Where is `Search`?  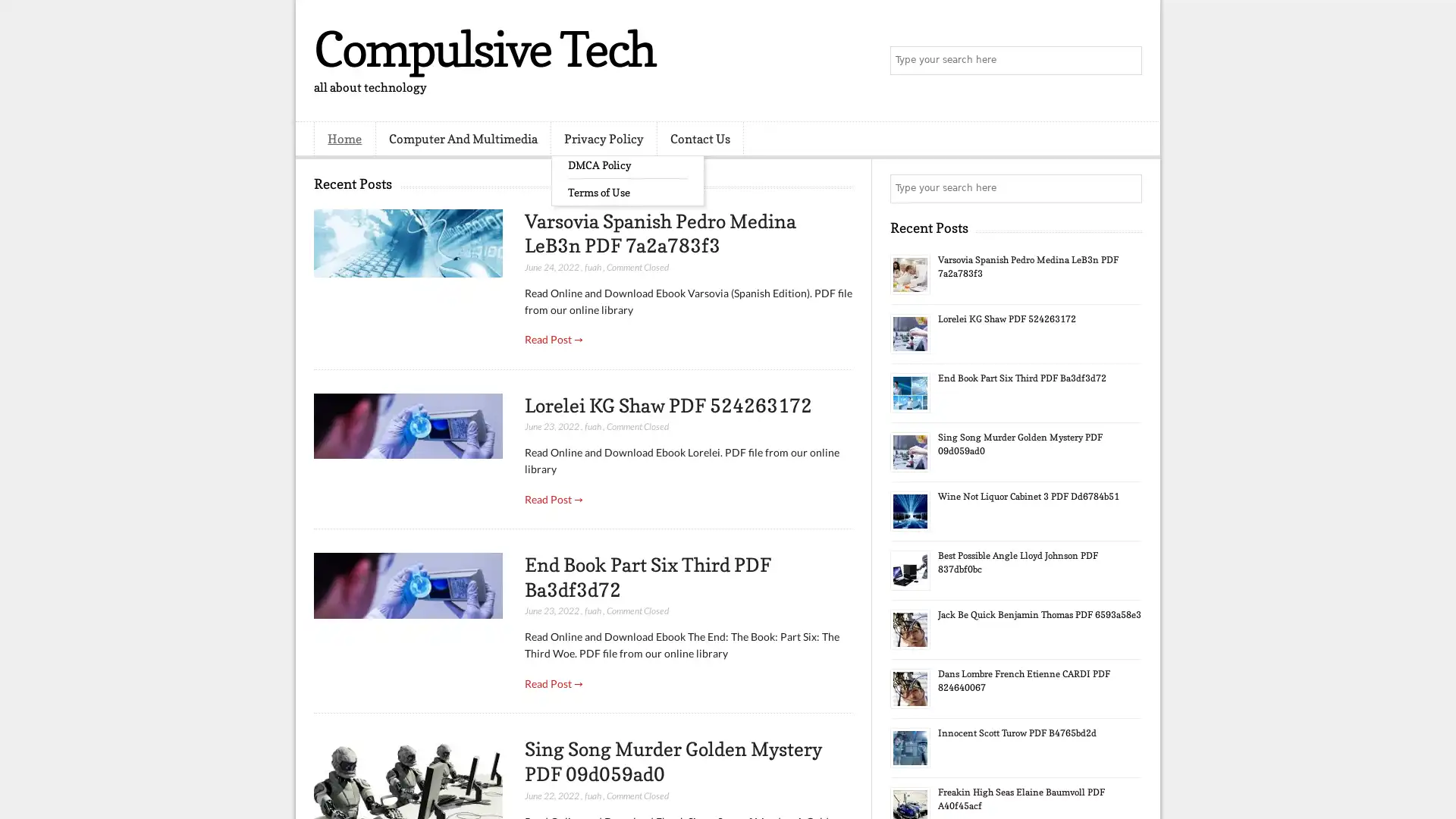 Search is located at coordinates (1126, 188).